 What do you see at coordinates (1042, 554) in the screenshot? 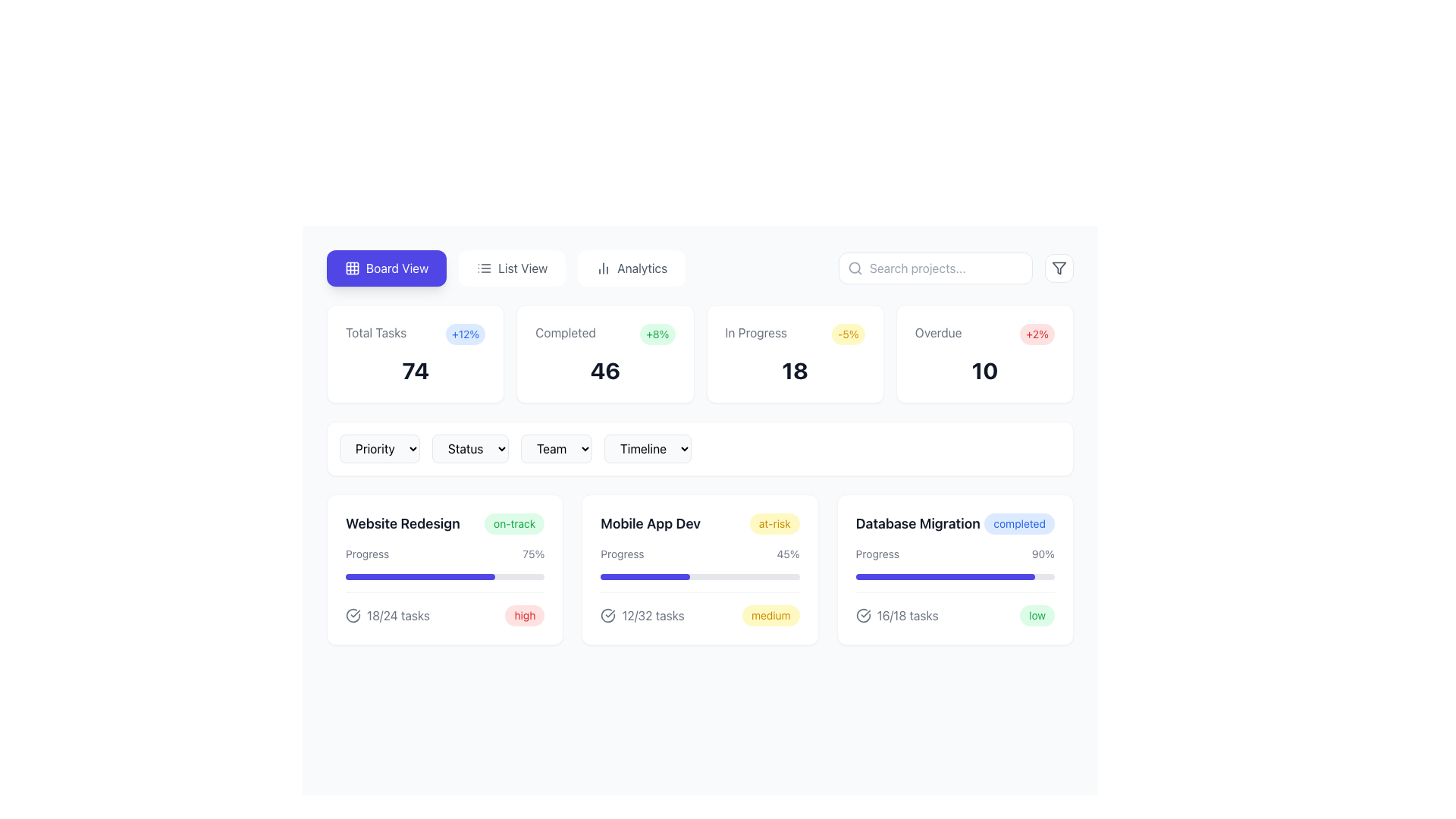
I see `the progress indicator text label located in the 'Database Migration' card` at bounding box center [1042, 554].